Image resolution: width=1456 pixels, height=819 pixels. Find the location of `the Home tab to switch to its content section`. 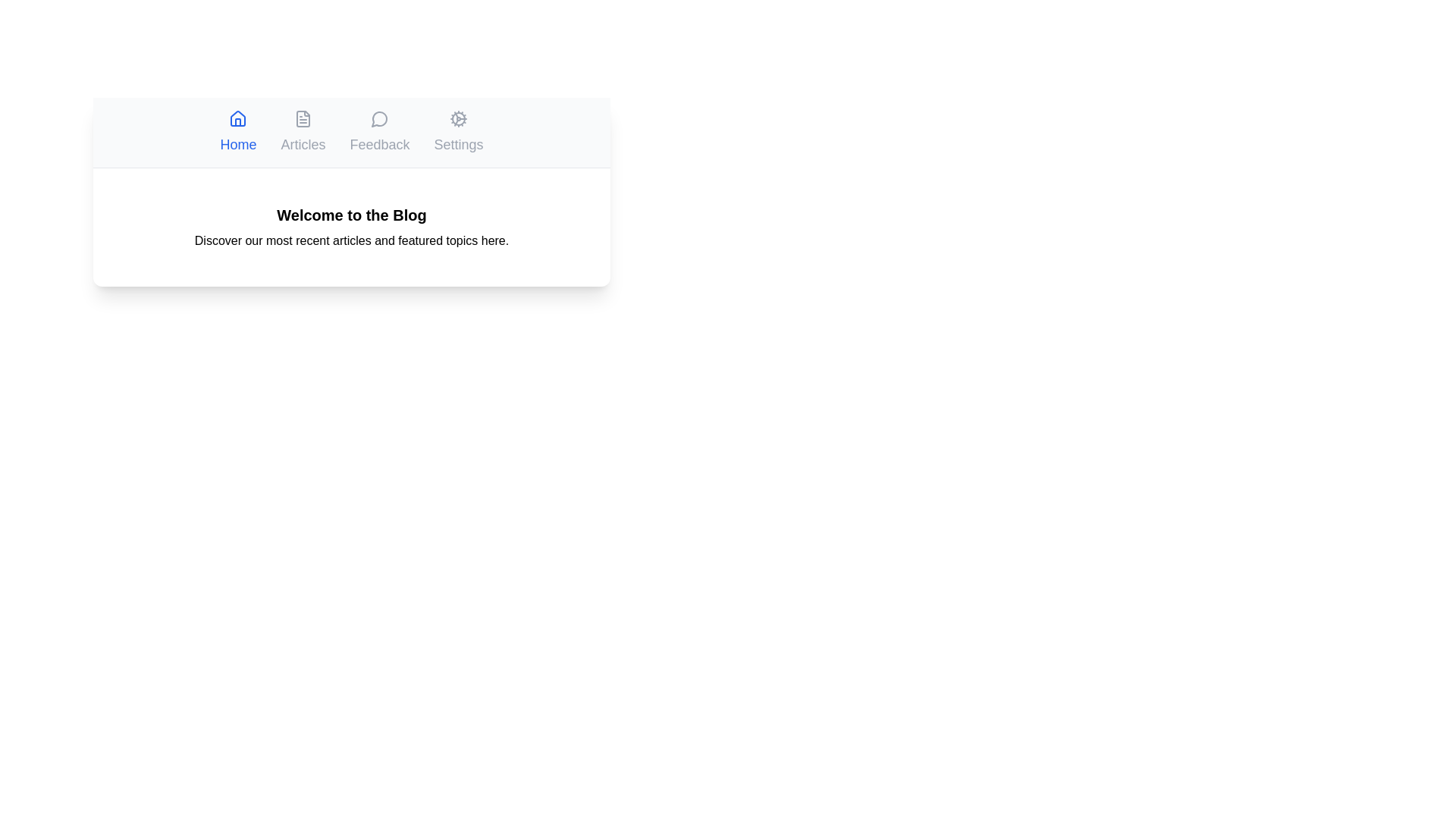

the Home tab to switch to its content section is located at coordinates (237, 131).